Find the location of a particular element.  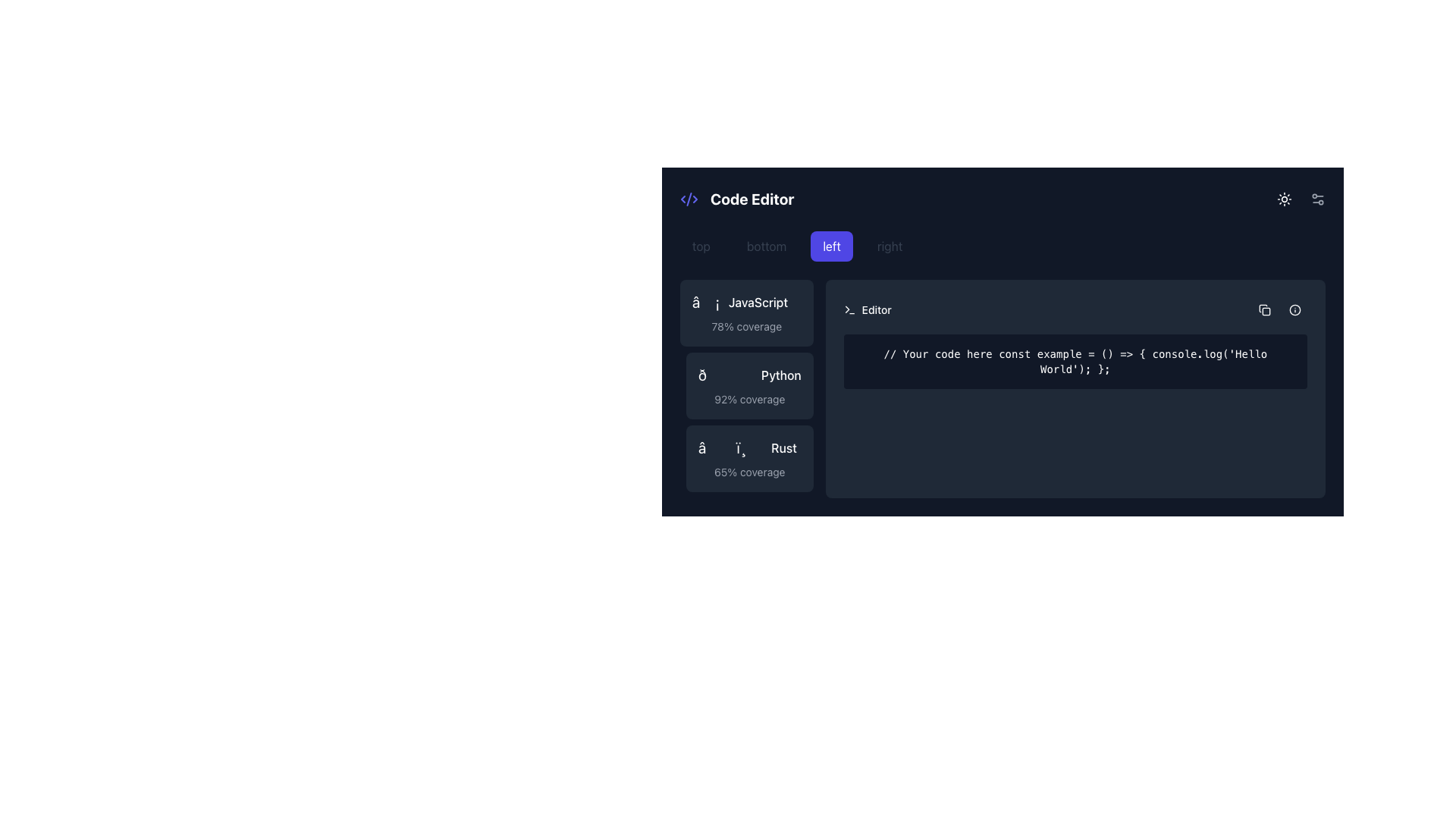

the Informational card displaying 'Python' coverage statistics, located second from the top in the group of cards is located at coordinates (749, 385).